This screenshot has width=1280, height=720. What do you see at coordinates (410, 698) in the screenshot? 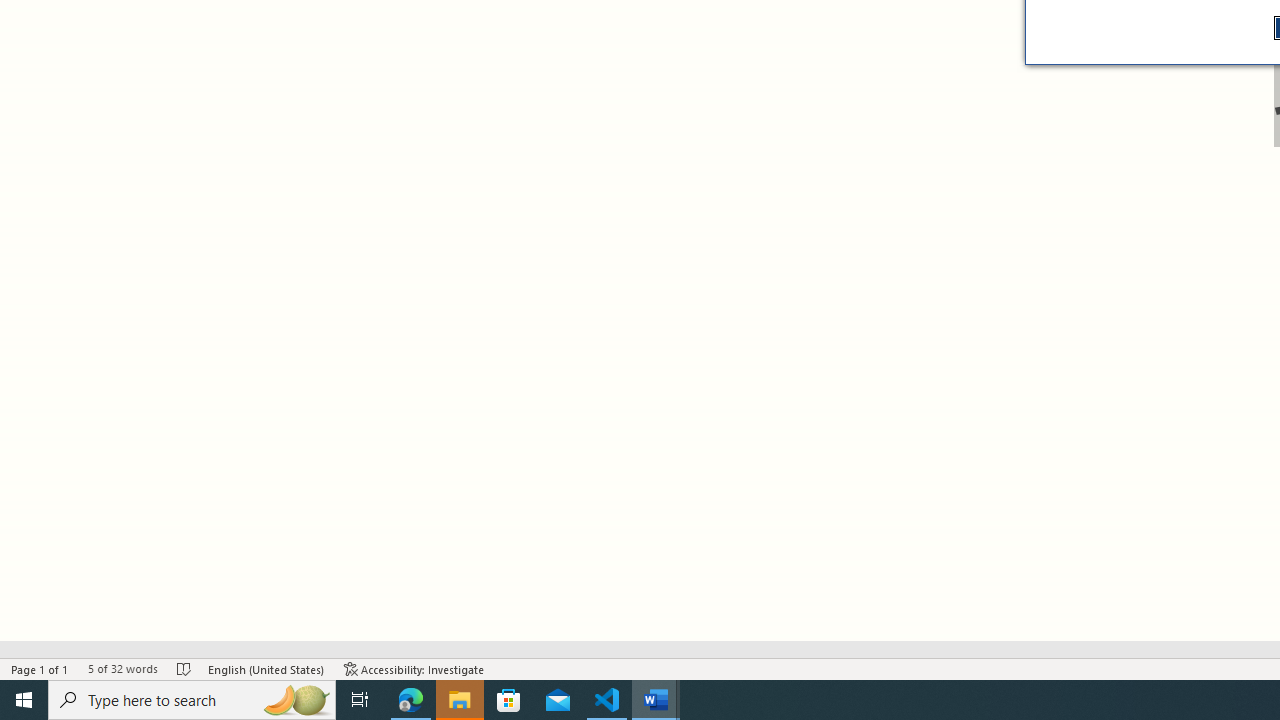
I see `'Microsoft Edge - 1 running window'` at bounding box center [410, 698].